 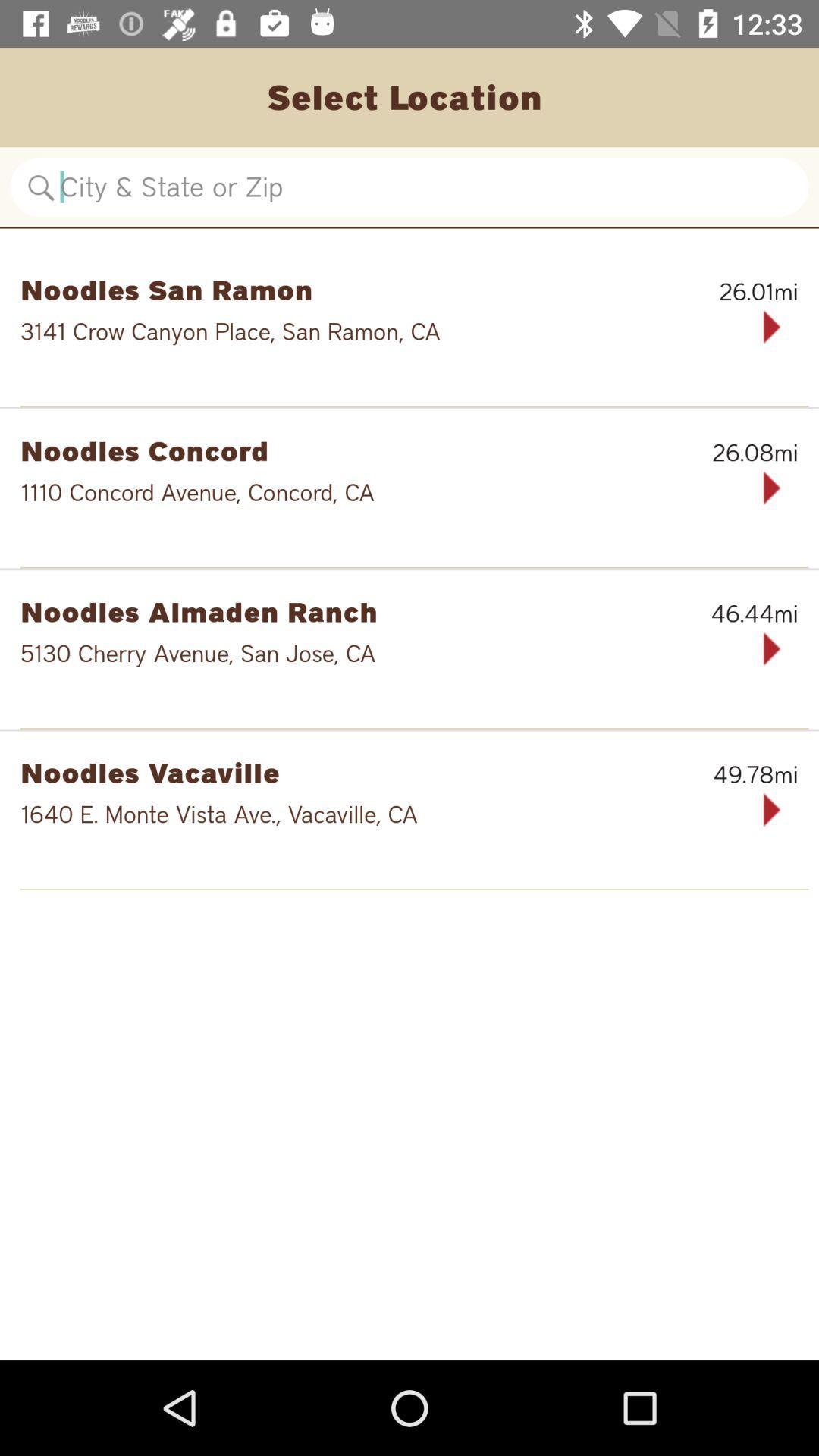 I want to click on the icon above the noodles vacaville, so click(x=414, y=728).